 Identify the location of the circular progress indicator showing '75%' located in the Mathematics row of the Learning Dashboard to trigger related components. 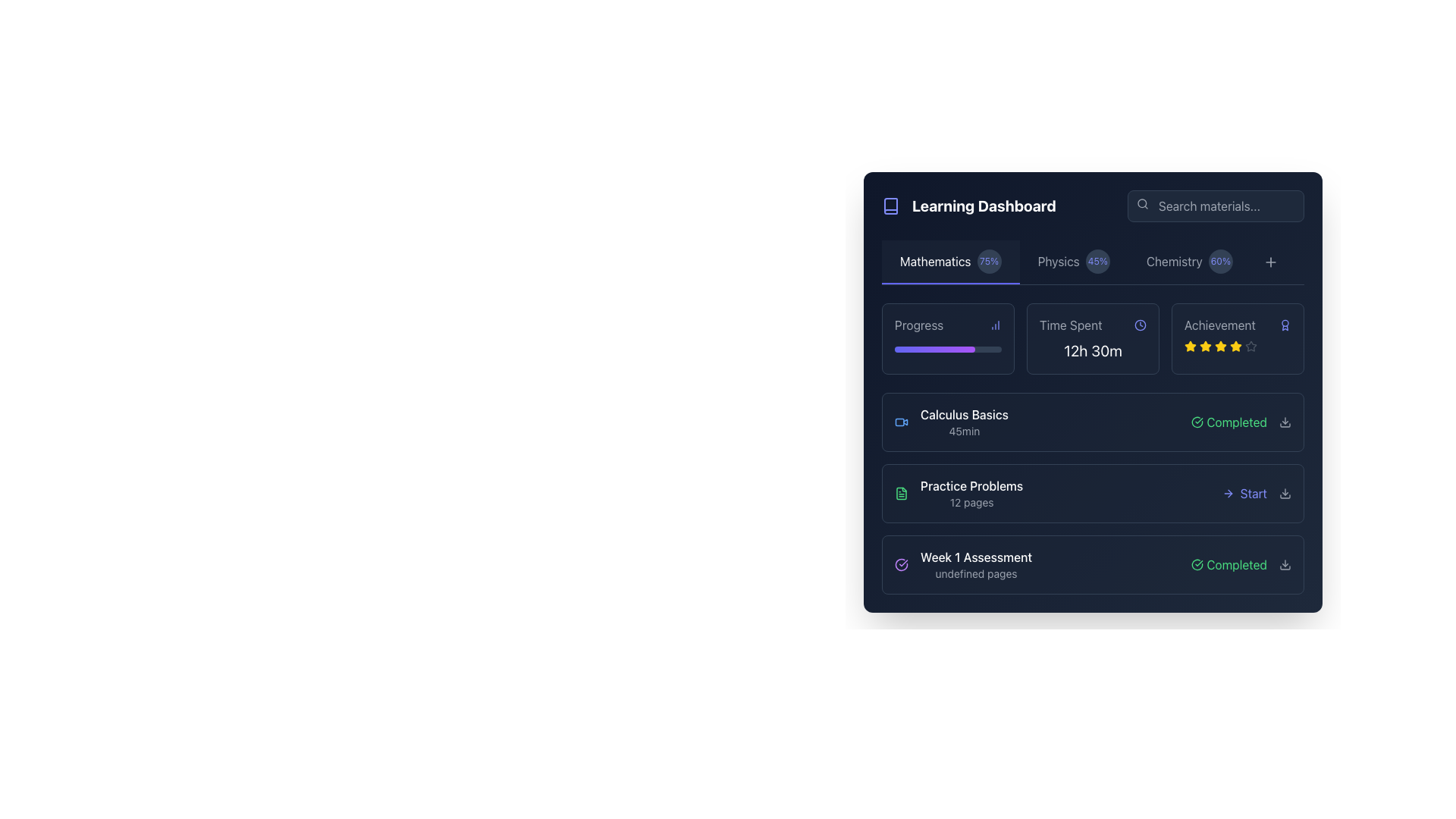
(989, 260).